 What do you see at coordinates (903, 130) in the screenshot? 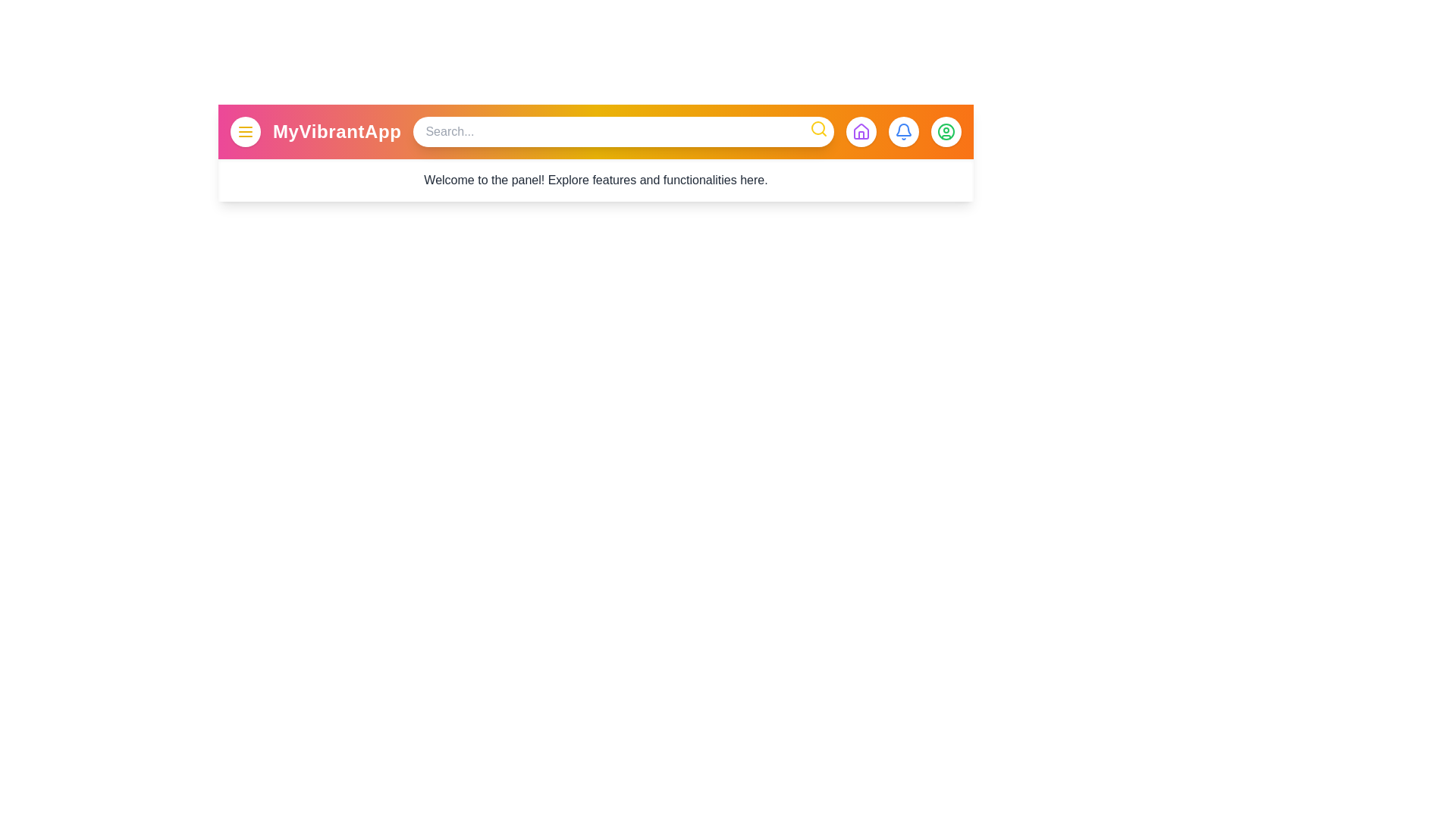
I see `the bell button to check notifications` at bounding box center [903, 130].